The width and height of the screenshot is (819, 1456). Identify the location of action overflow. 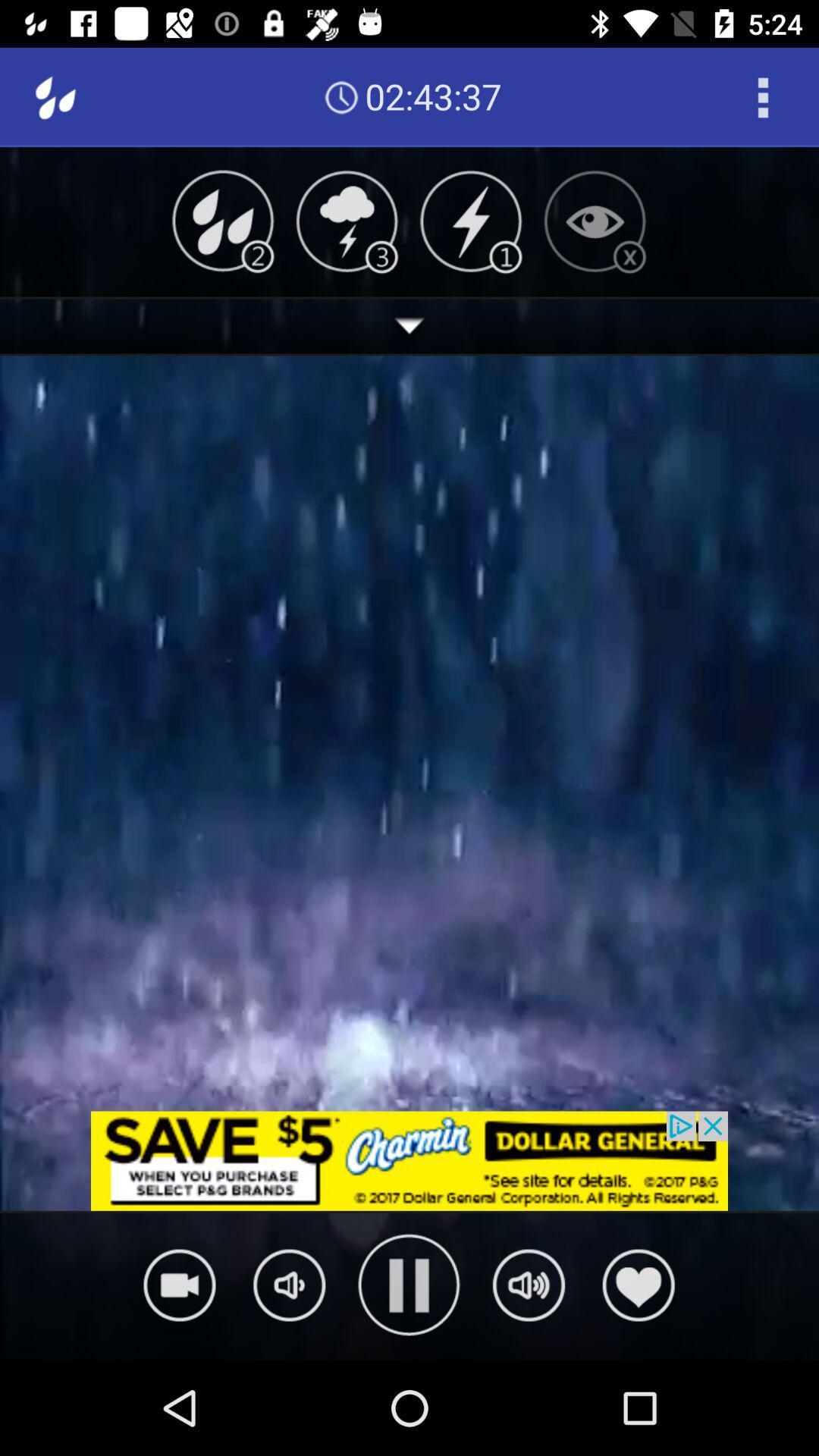
(763, 96).